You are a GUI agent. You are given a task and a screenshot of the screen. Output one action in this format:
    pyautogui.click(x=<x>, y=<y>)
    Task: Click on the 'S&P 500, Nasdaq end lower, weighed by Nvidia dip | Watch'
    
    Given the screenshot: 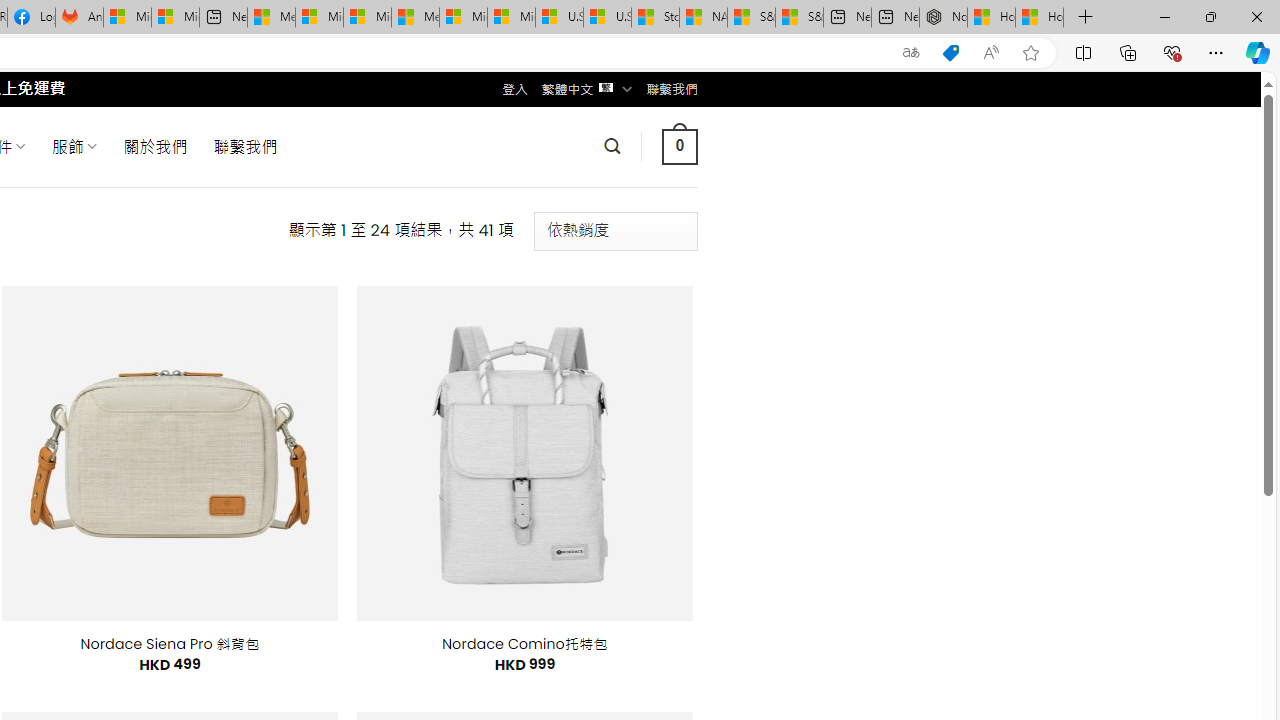 What is the action you would take?
    pyautogui.click(x=798, y=17)
    